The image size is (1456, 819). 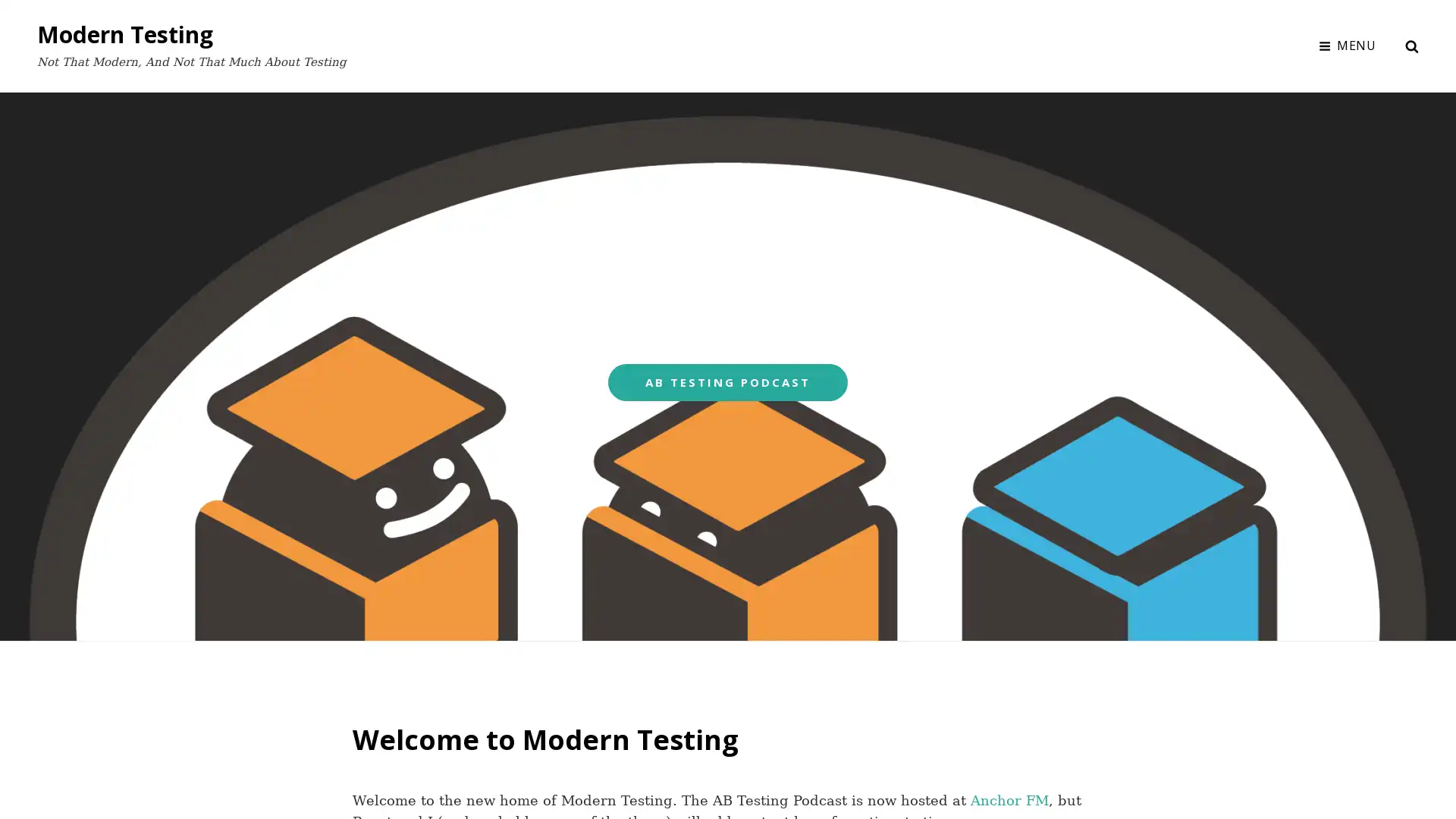 I want to click on SEARCH, so click(x=1411, y=45).